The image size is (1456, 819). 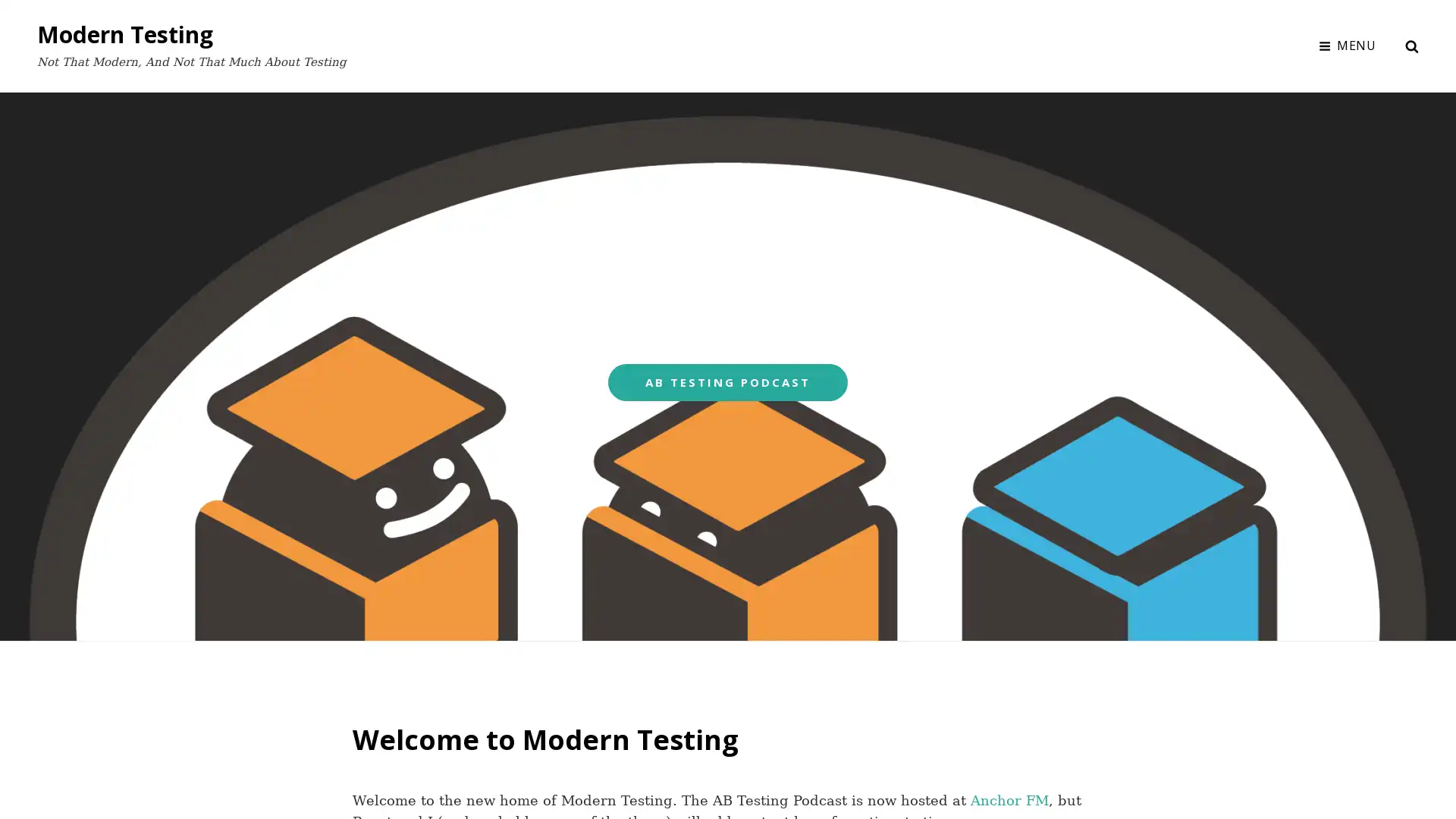 I want to click on SEARCH, so click(x=1411, y=45).